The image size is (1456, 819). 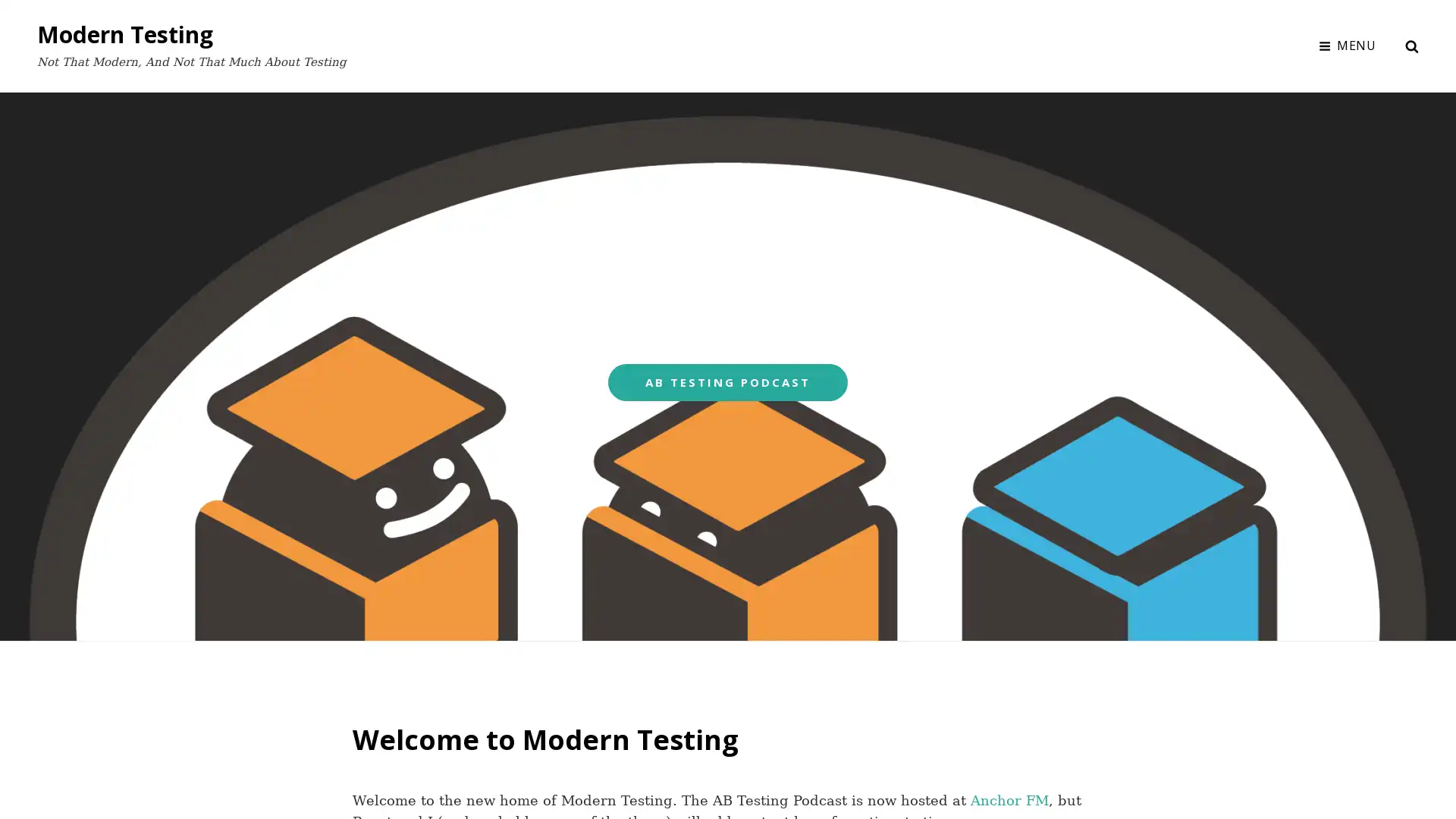 I want to click on SEARCH, so click(x=1411, y=45).